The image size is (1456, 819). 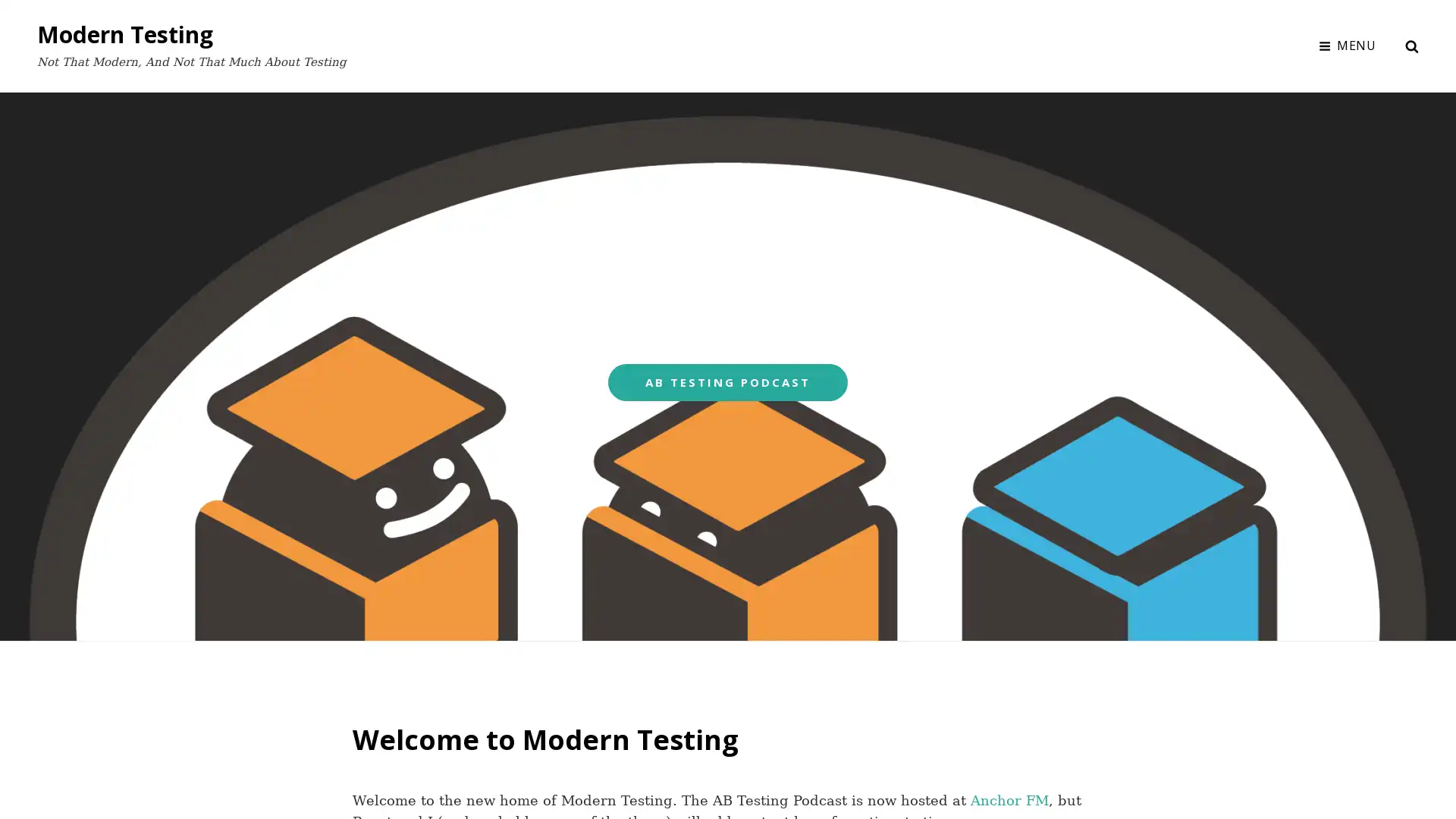 I want to click on SEARCH, so click(x=1411, y=45).